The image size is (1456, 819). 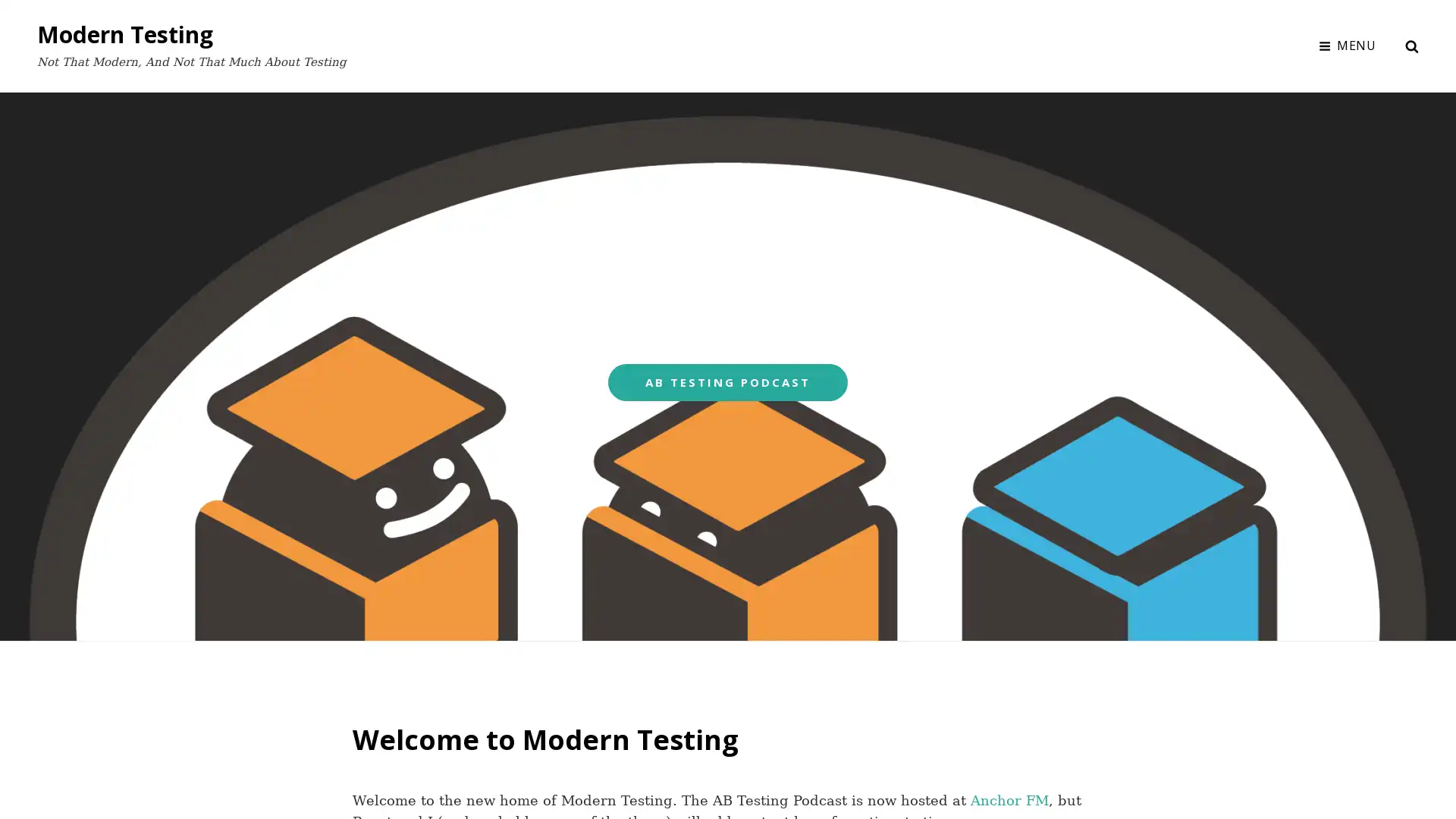 I want to click on SEARCH, so click(x=1411, y=45).